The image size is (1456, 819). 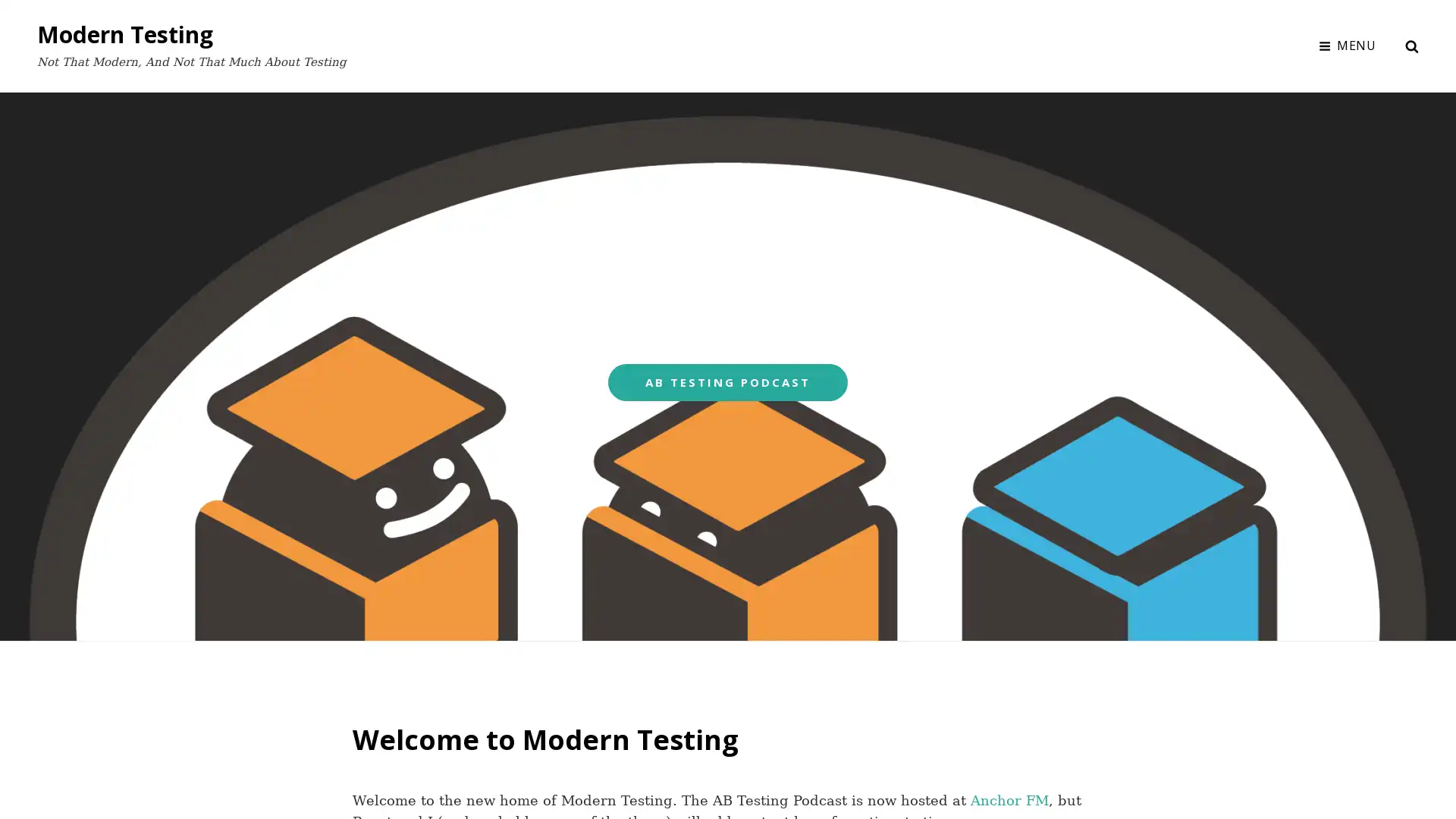 I want to click on SEARCH, so click(x=1411, y=45).